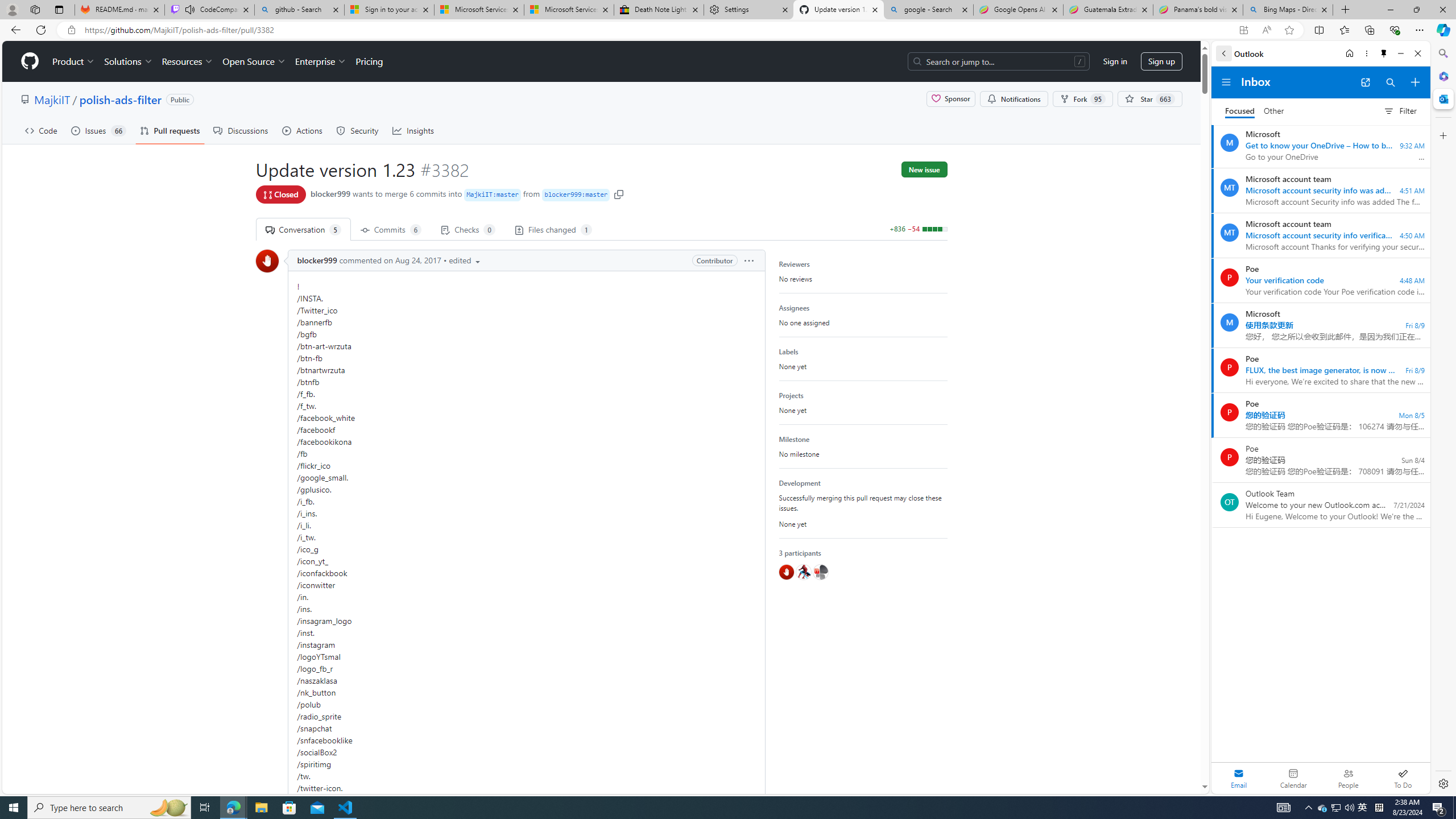  I want to click on ' Star 663', so click(1149, 98).